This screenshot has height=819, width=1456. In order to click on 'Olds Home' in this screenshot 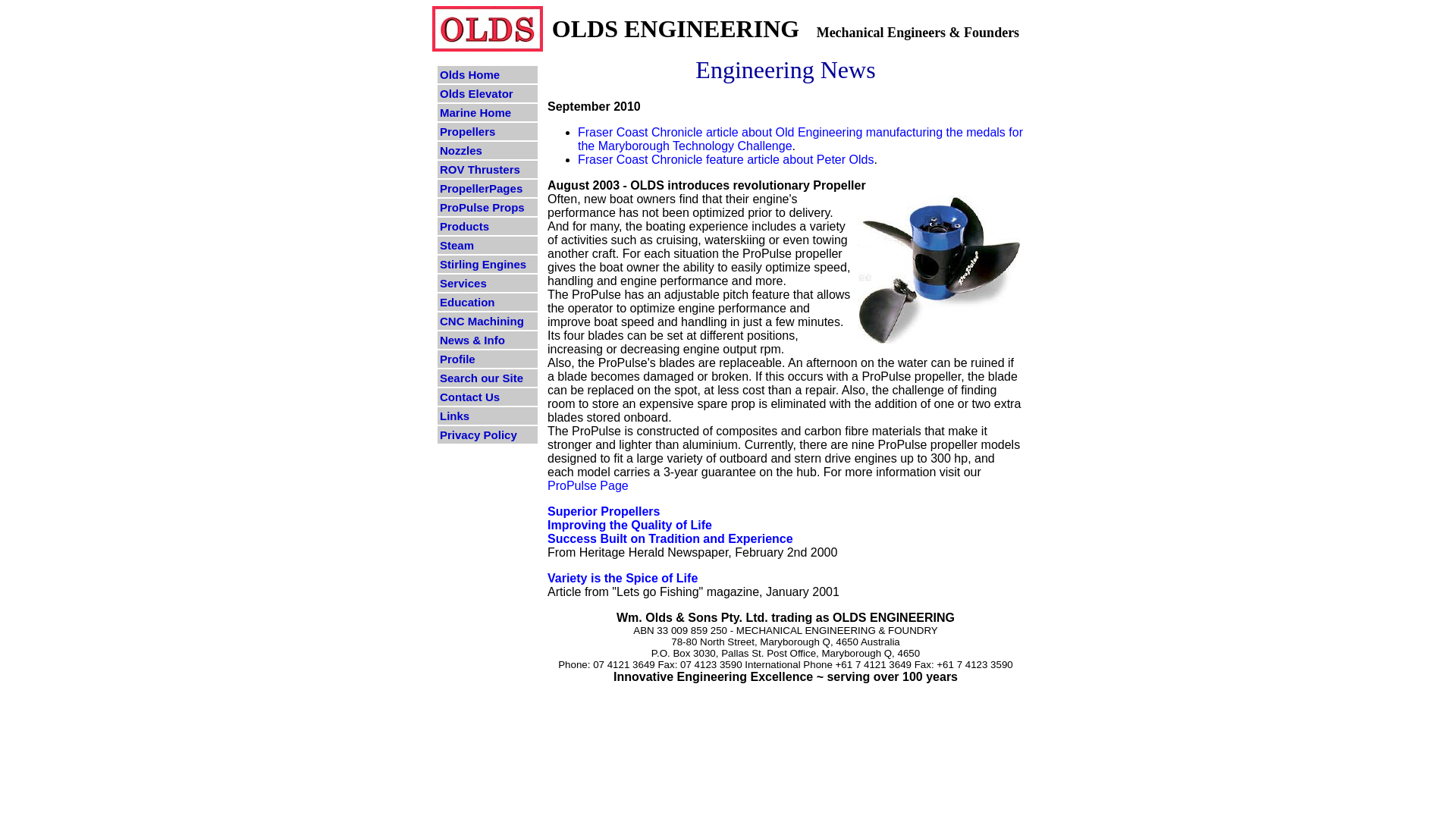, I will do `click(488, 74)`.